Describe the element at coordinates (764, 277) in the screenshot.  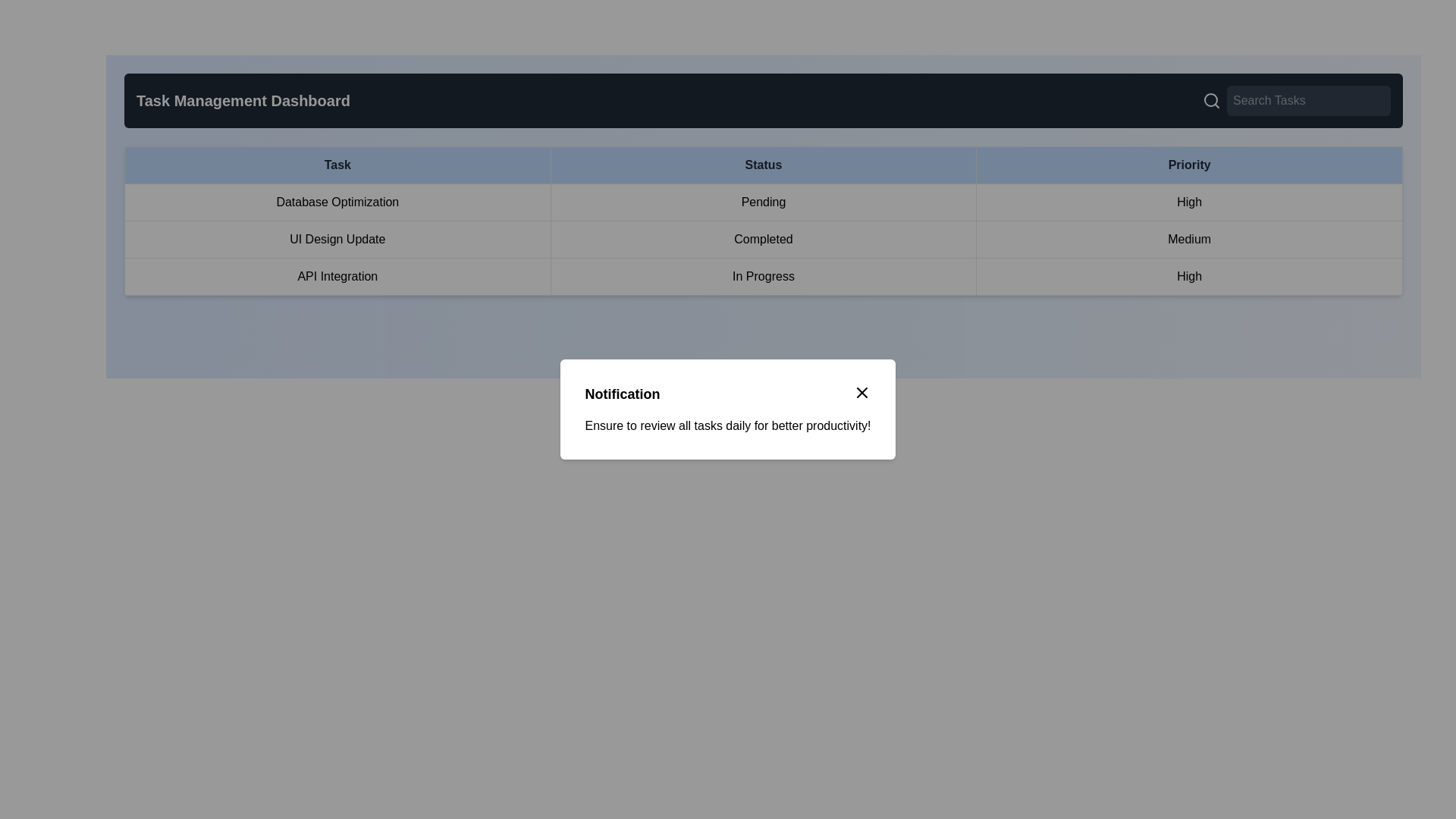
I see `the third row` at that location.